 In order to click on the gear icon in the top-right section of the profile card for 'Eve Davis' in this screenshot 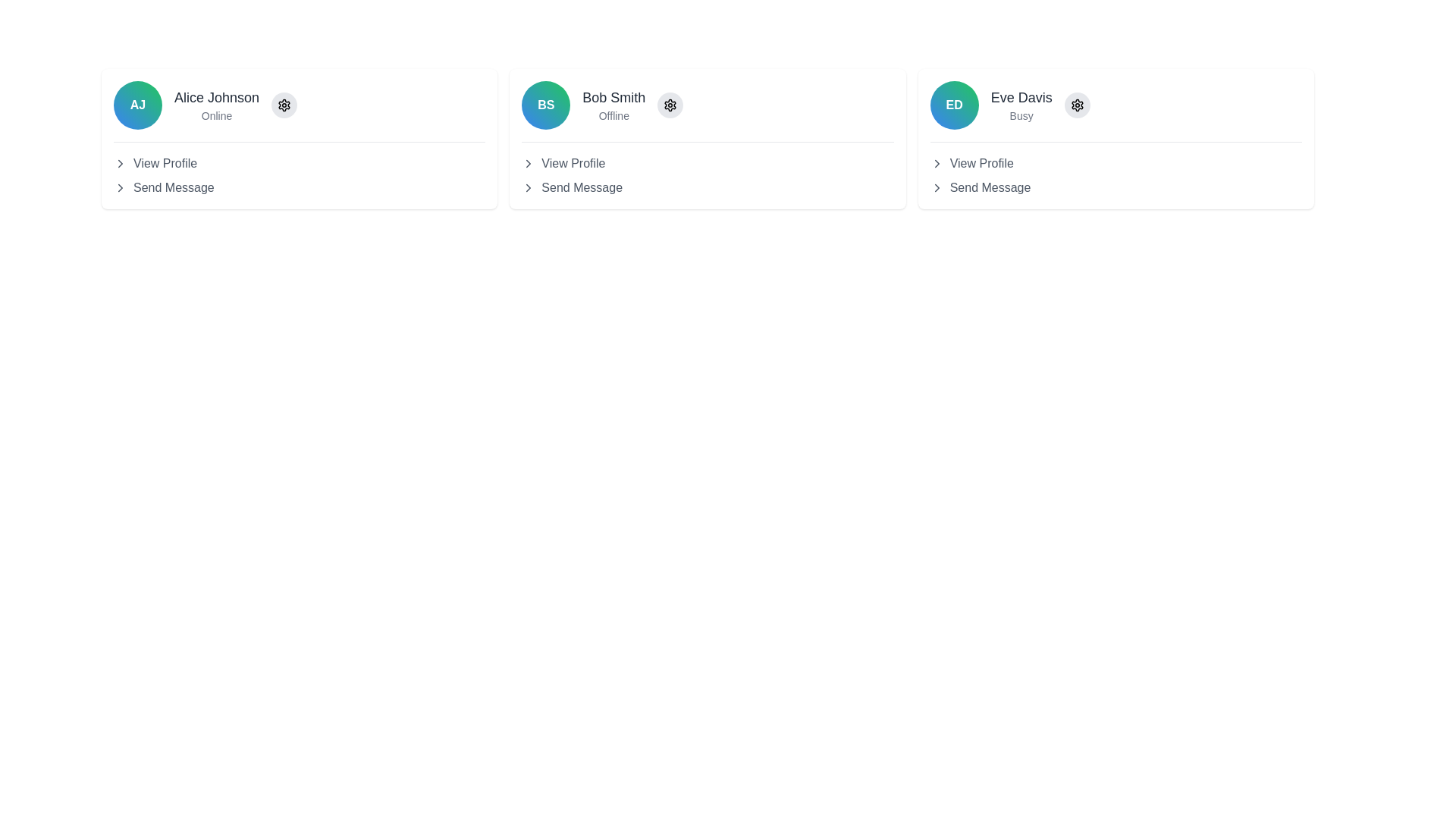, I will do `click(1076, 104)`.